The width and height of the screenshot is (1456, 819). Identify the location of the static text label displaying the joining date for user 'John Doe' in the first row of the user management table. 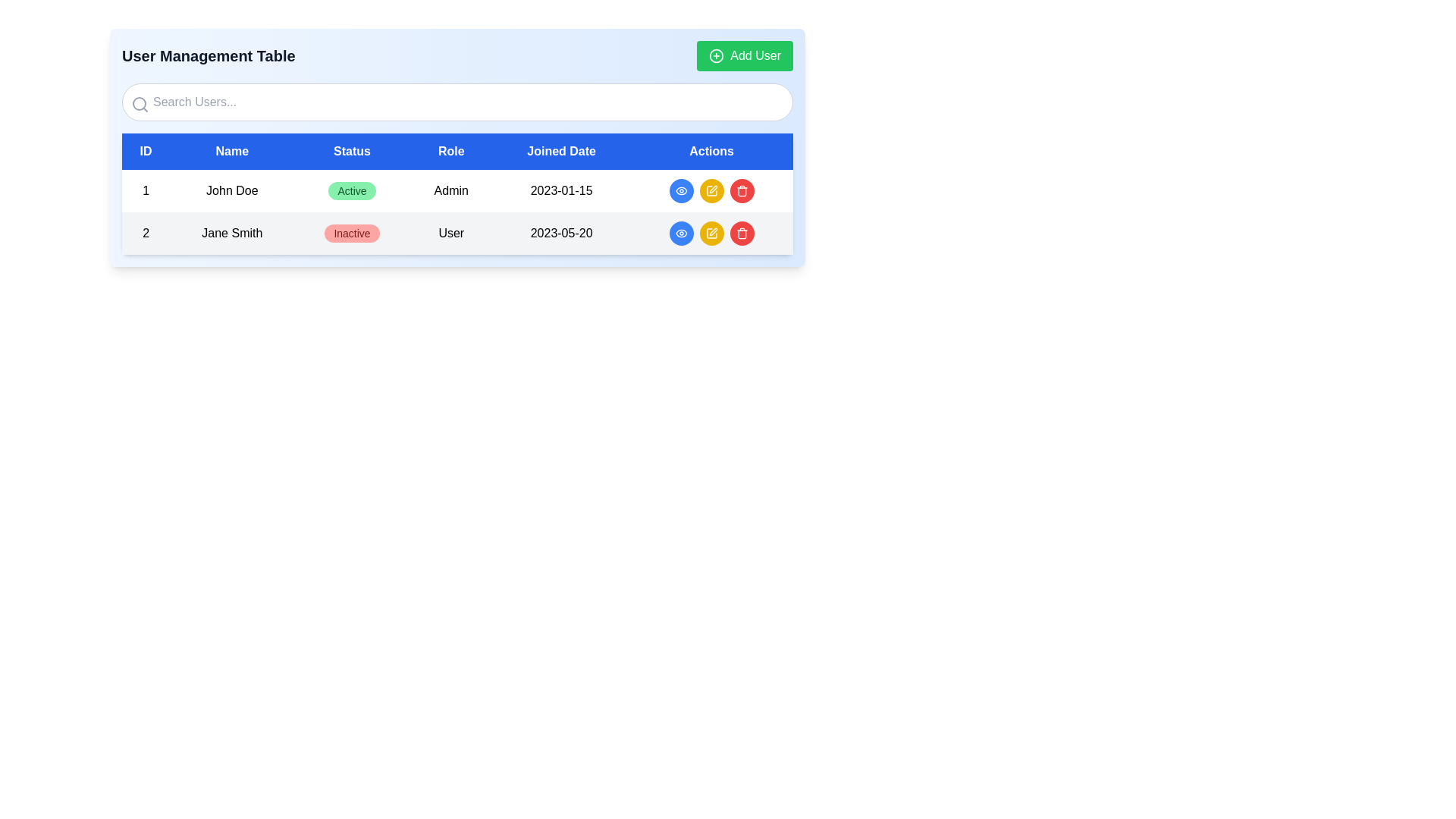
(560, 190).